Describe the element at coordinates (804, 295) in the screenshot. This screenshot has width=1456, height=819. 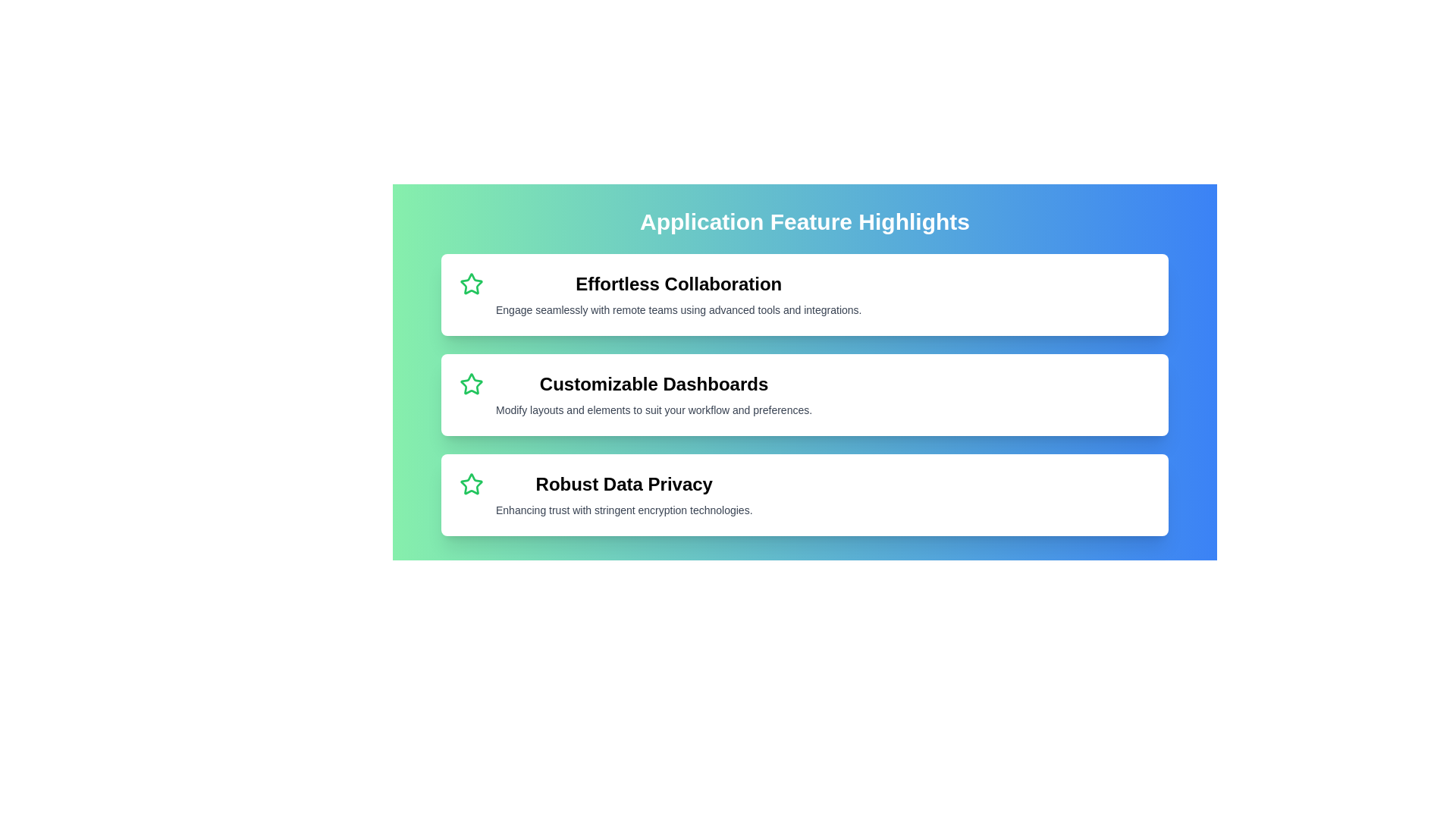
I see `feature information presented in the first card element, which highlights its purpose and benefits in a vertical list` at that location.